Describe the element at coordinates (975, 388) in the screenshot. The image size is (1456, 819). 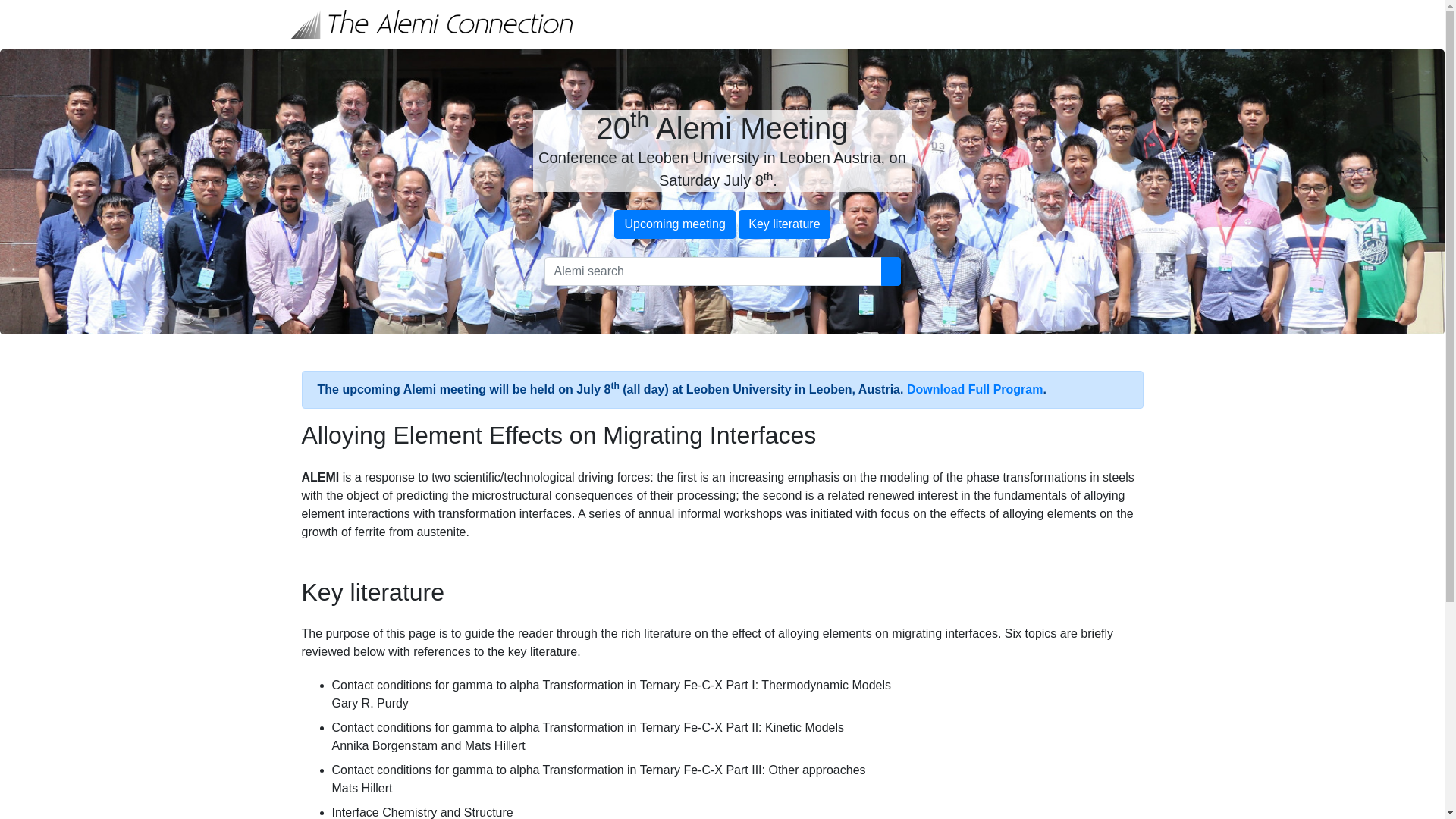
I see `'Download Full Program'` at that location.